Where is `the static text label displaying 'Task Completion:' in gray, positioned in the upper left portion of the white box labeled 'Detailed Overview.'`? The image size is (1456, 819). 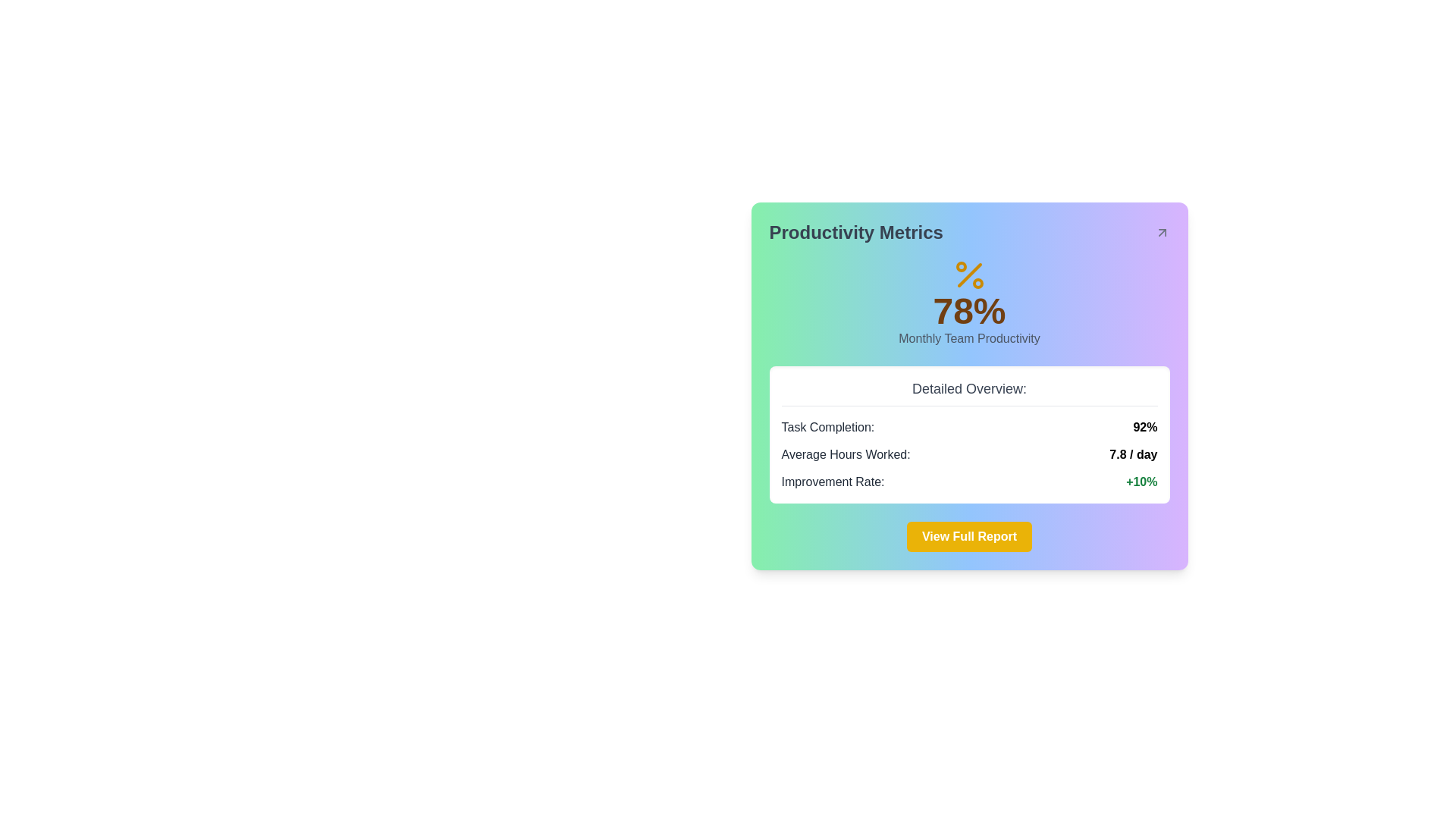
the static text label displaying 'Task Completion:' in gray, positioned in the upper left portion of the white box labeled 'Detailed Overview.' is located at coordinates (827, 427).